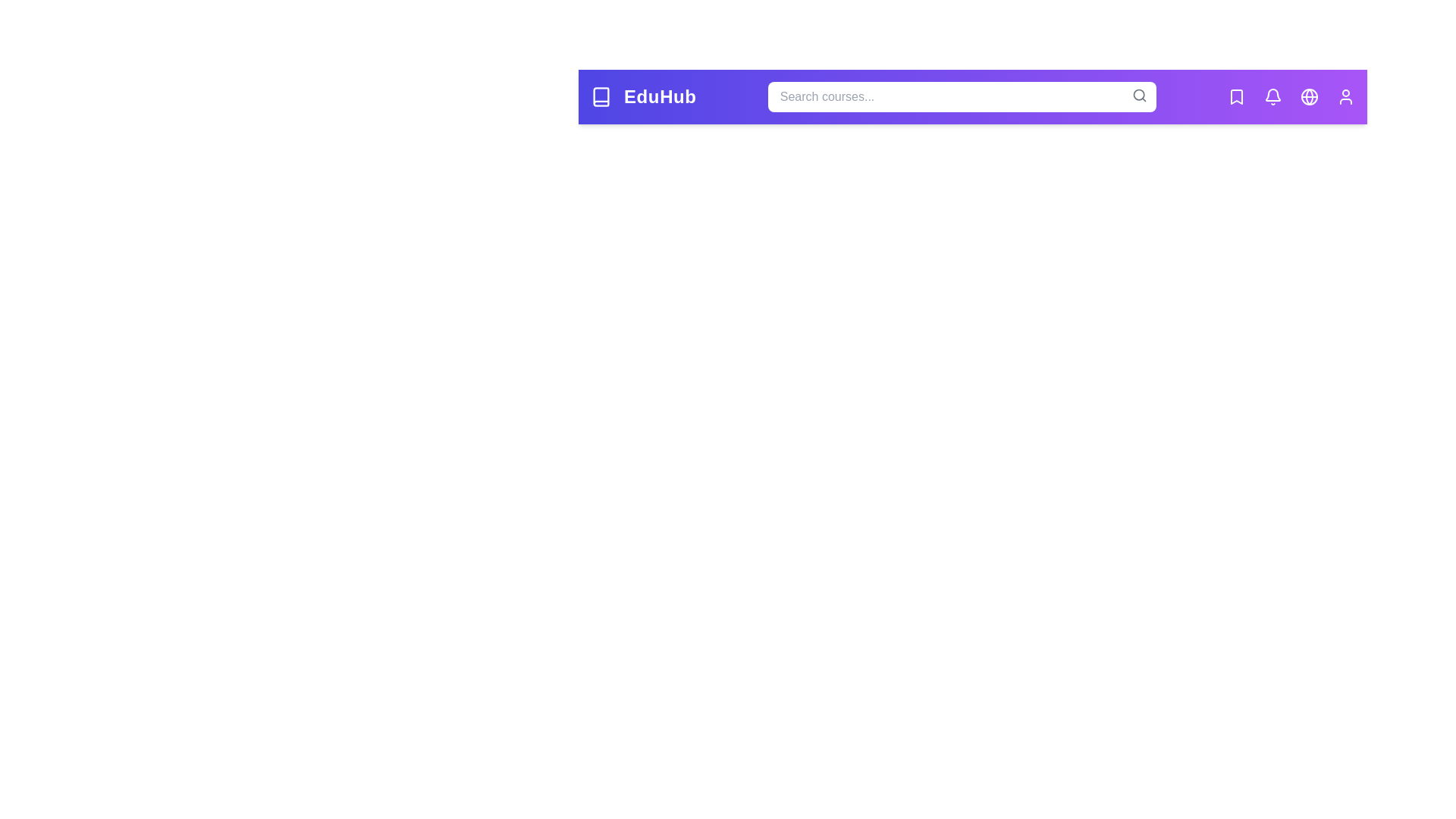 The height and width of the screenshot is (819, 1456). Describe the element at coordinates (1346, 96) in the screenshot. I see `the 'Profile' icon to access user settings or profile` at that location.